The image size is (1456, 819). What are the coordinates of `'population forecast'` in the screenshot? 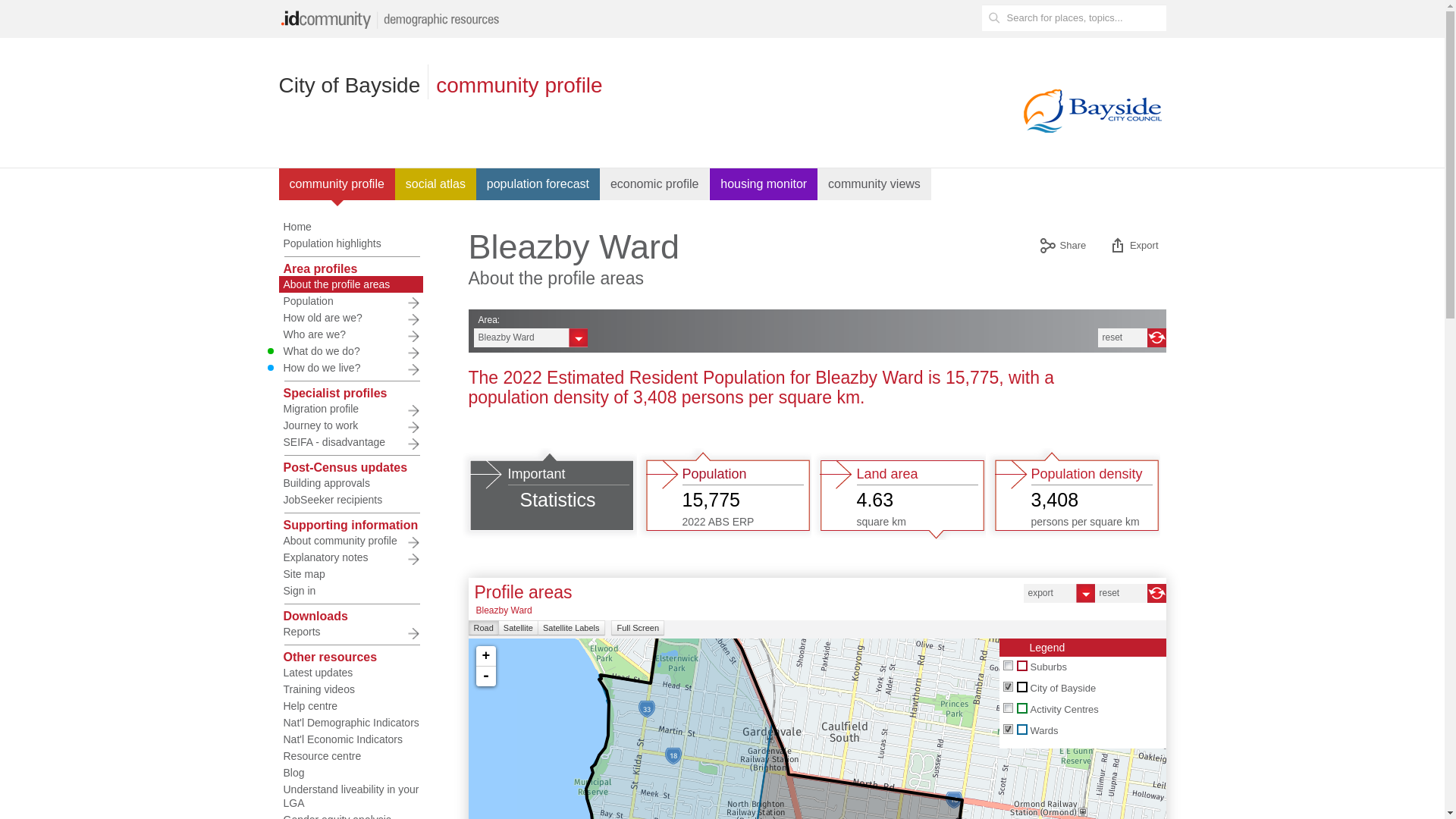 It's located at (538, 184).